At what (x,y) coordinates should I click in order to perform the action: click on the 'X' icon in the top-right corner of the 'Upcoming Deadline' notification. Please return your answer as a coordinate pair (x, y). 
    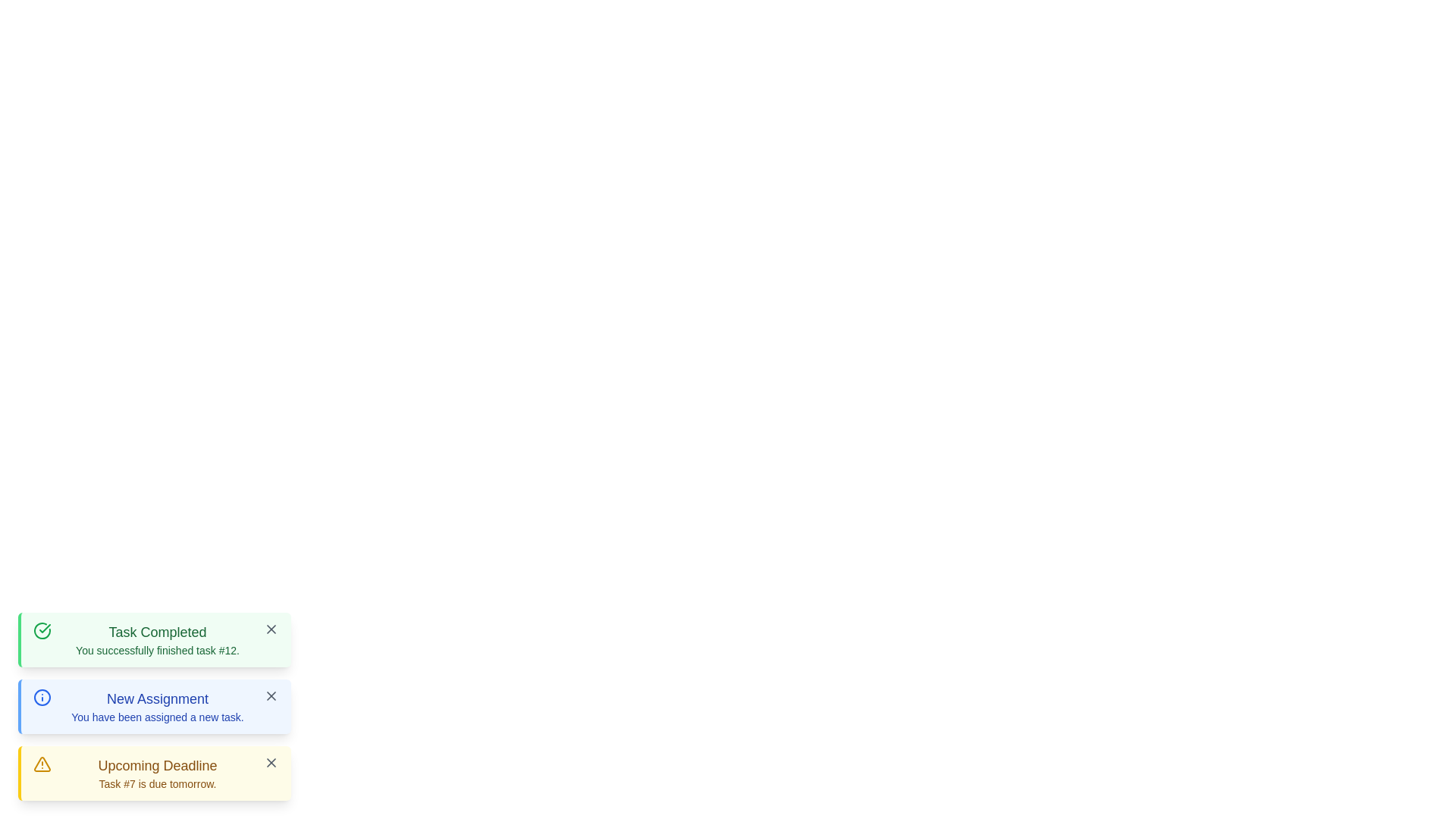
    Looking at the image, I should click on (271, 763).